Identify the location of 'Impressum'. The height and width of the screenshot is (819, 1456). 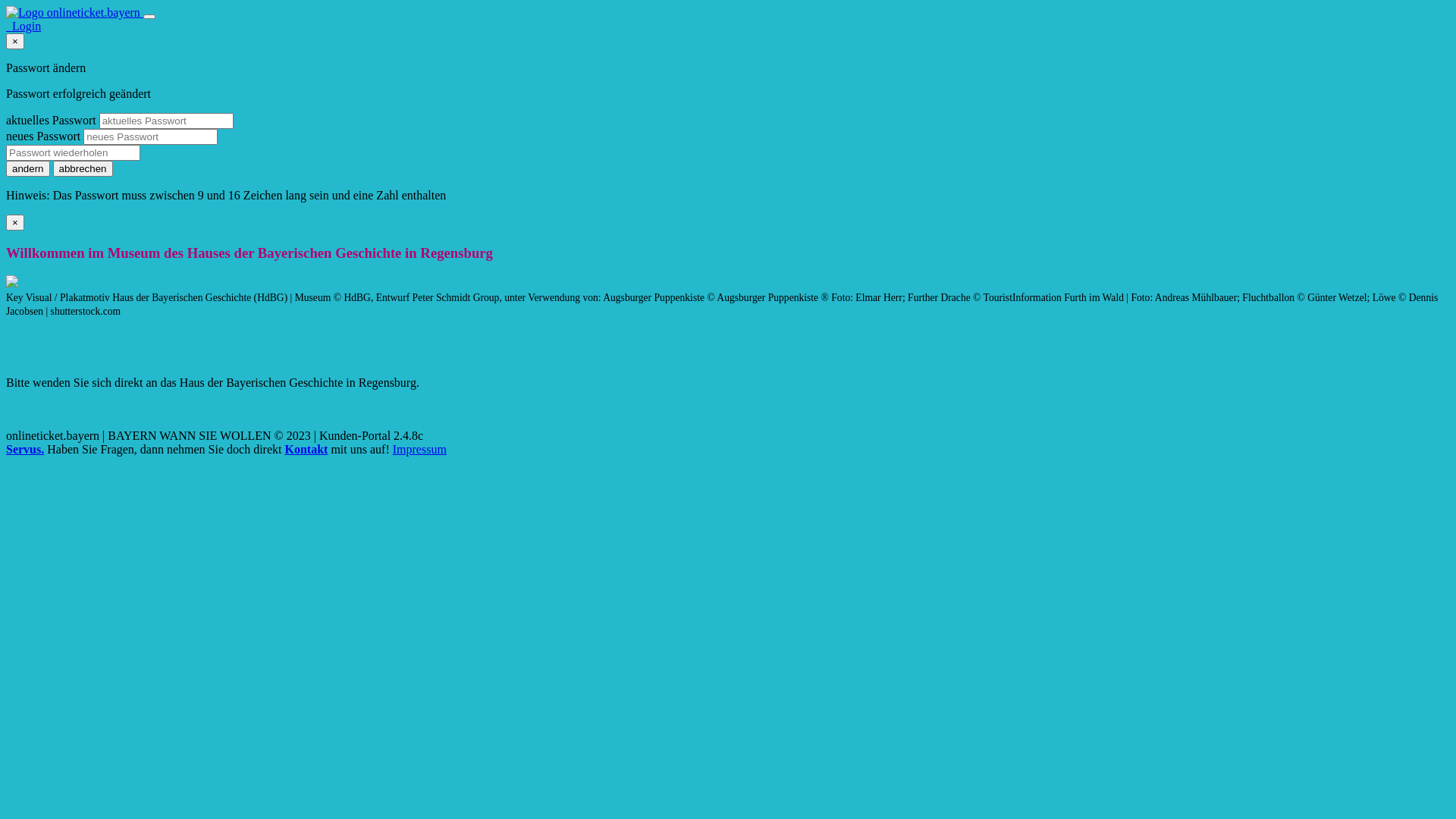
(419, 448).